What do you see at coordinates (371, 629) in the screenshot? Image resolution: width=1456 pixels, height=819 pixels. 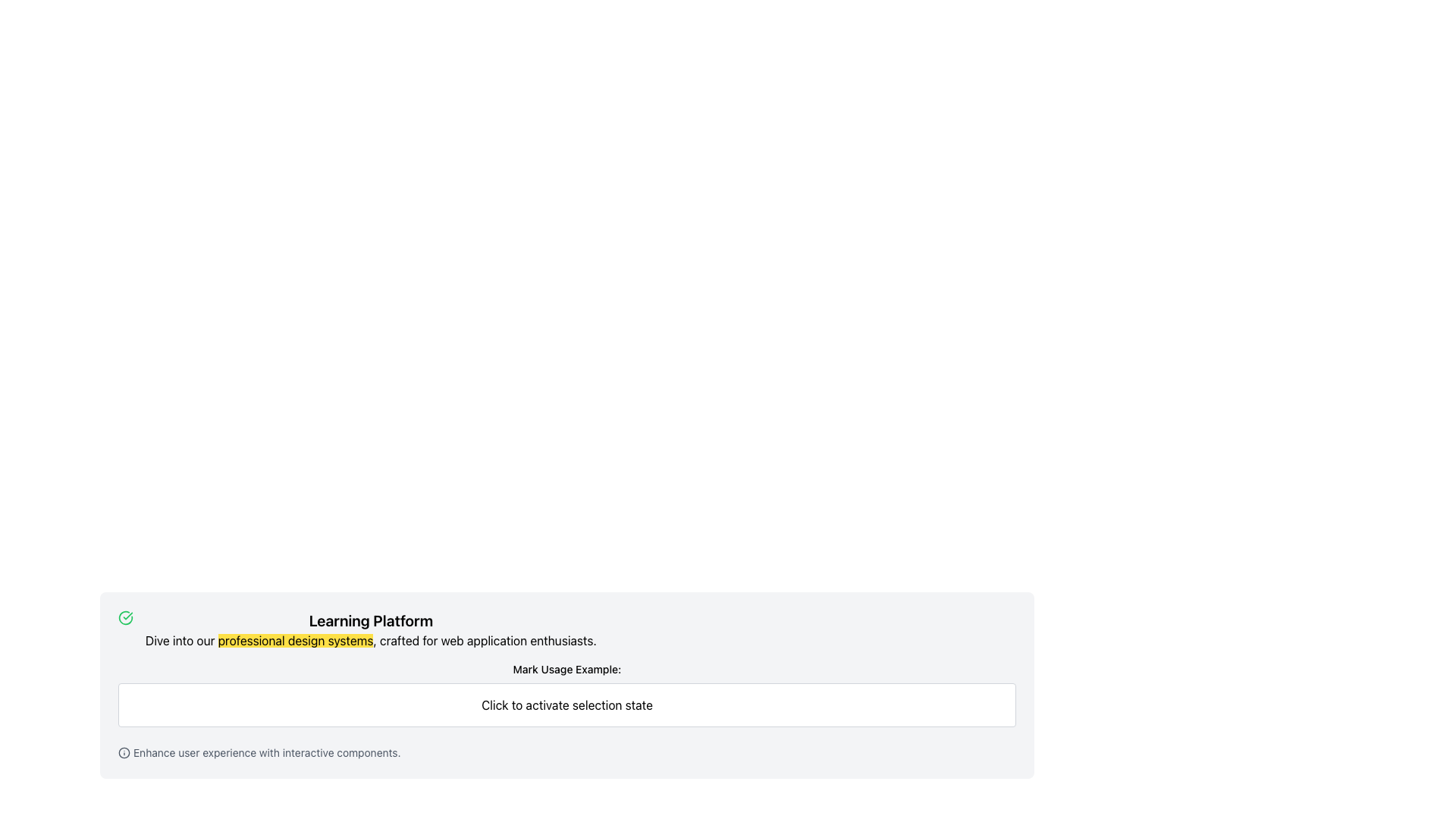 I see `the text within the informational header Text Block located beneath the green circular checkmark icon` at bounding box center [371, 629].